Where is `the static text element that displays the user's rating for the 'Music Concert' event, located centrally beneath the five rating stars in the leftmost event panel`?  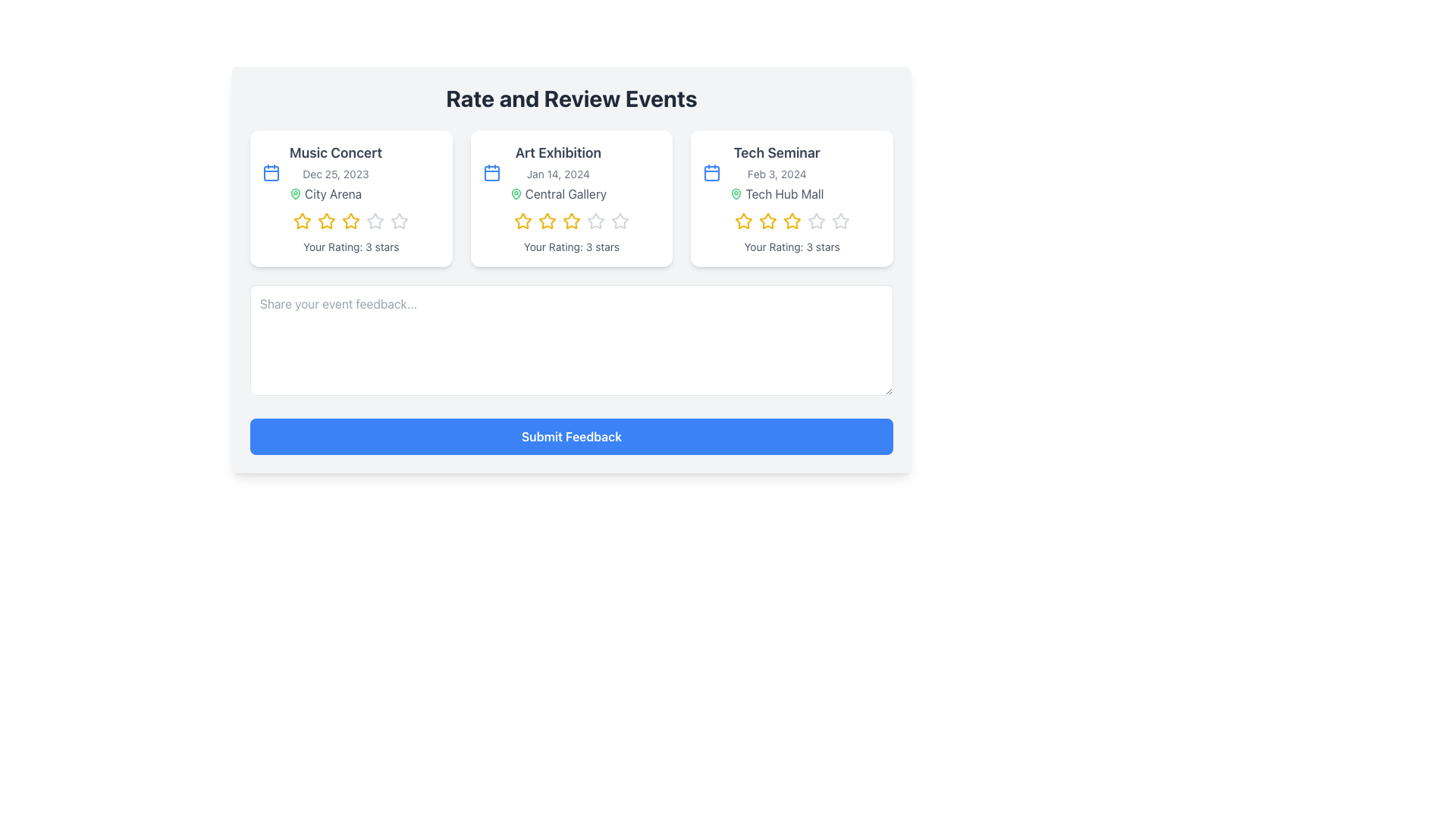 the static text element that displays the user's rating for the 'Music Concert' event, located centrally beneath the five rating stars in the leftmost event panel is located at coordinates (350, 246).